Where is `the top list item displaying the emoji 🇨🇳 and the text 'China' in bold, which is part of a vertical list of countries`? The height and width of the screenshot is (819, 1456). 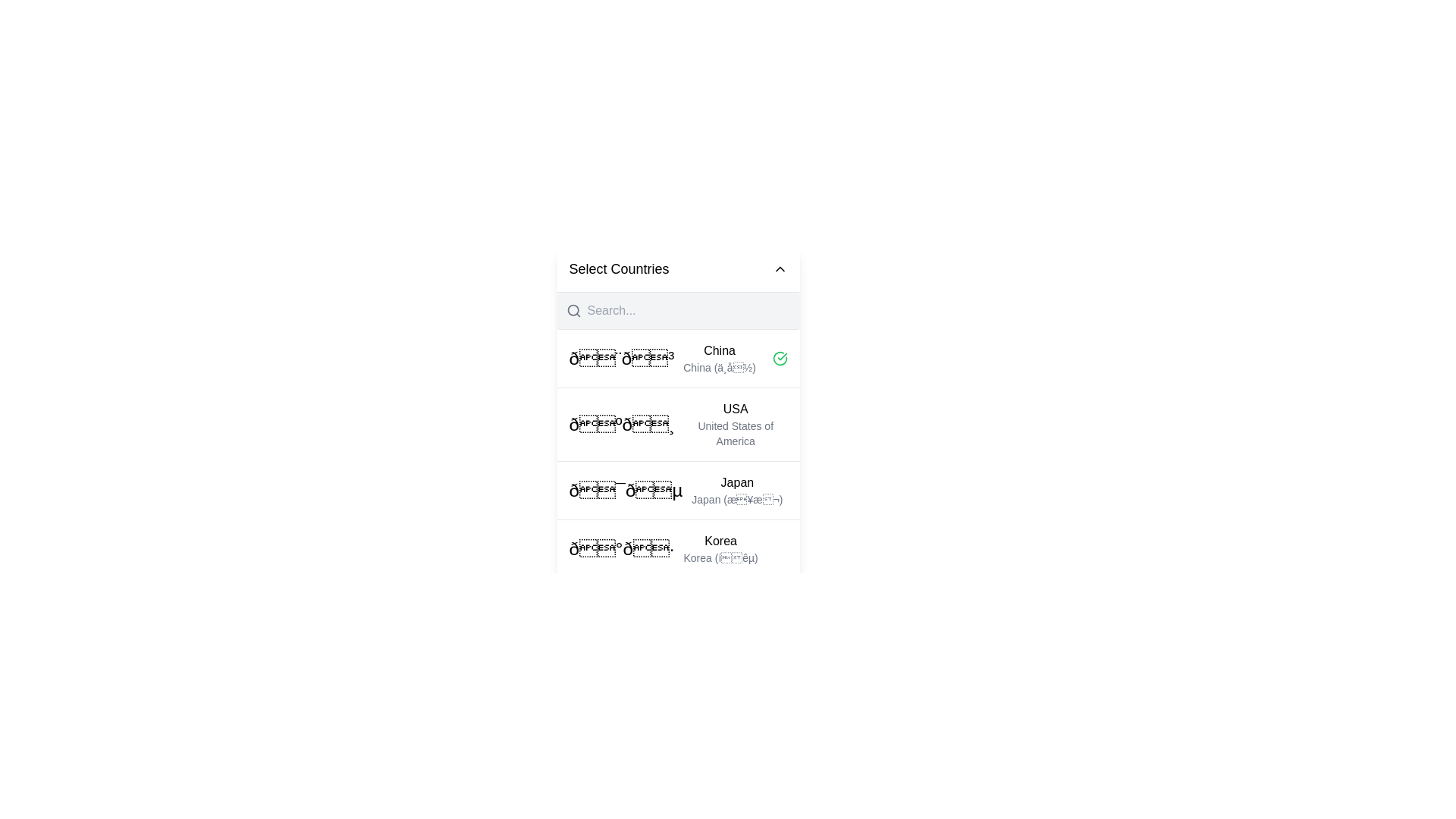 the top list item displaying the emoji 🇨🇳 and the text 'China' in bold, which is part of a vertical list of countries is located at coordinates (662, 359).